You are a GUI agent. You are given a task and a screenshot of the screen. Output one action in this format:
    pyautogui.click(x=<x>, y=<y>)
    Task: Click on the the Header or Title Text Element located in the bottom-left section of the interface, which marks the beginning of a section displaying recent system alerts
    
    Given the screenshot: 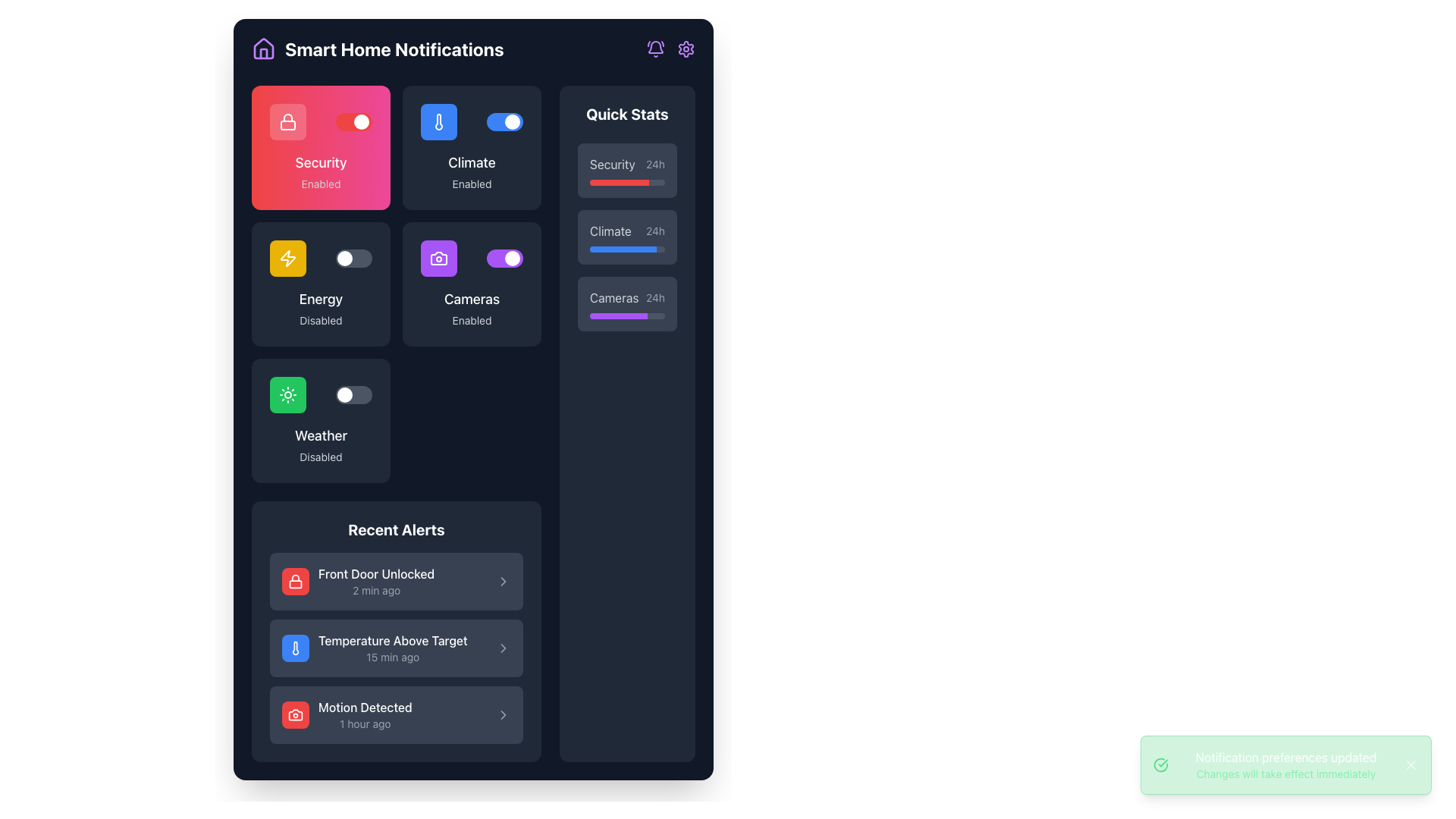 What is the action you would take?
    pyautogui.click(x=397, y=529)
    